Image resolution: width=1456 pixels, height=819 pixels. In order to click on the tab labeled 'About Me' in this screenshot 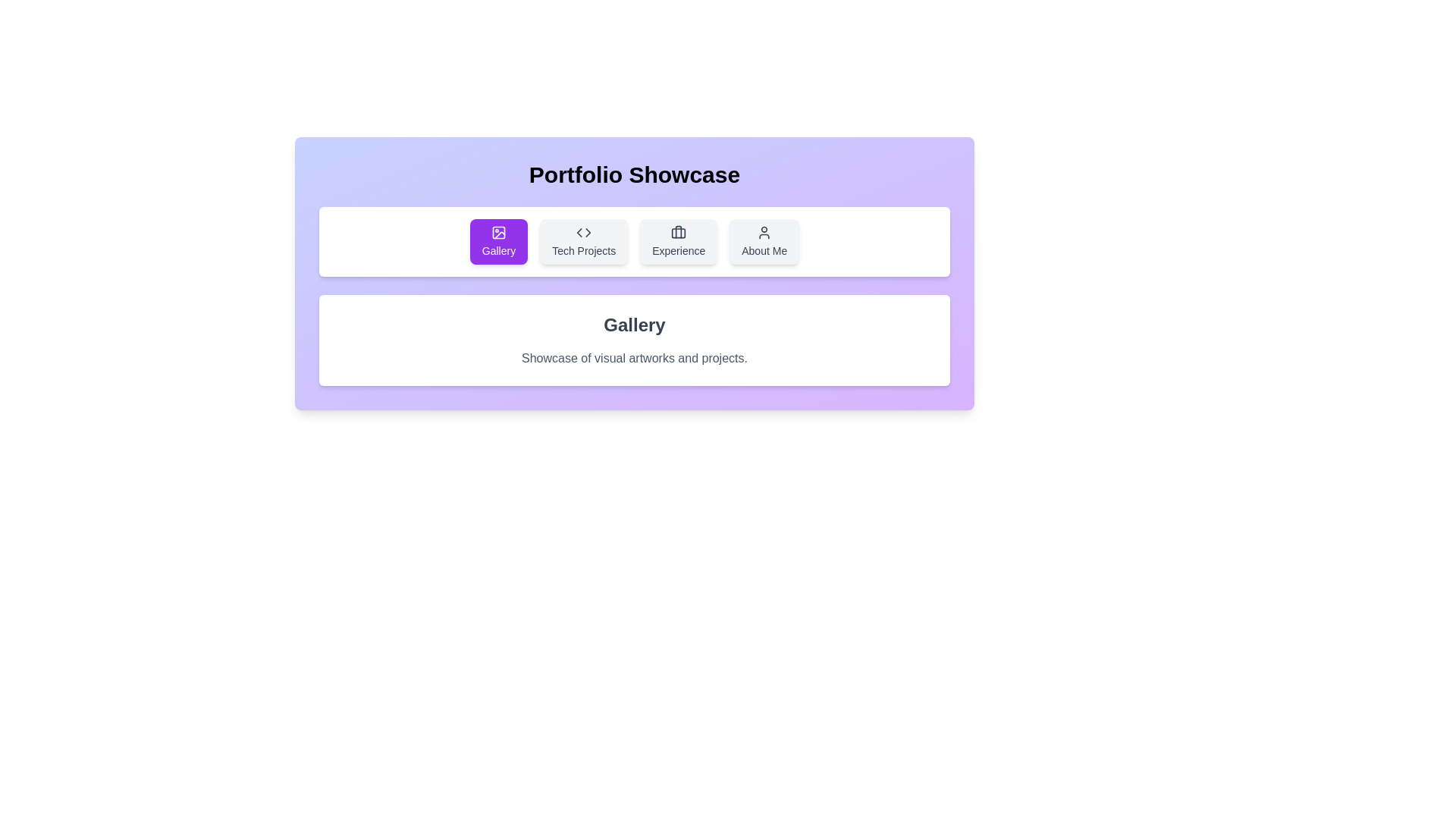, I will do `click(764, 241)`.